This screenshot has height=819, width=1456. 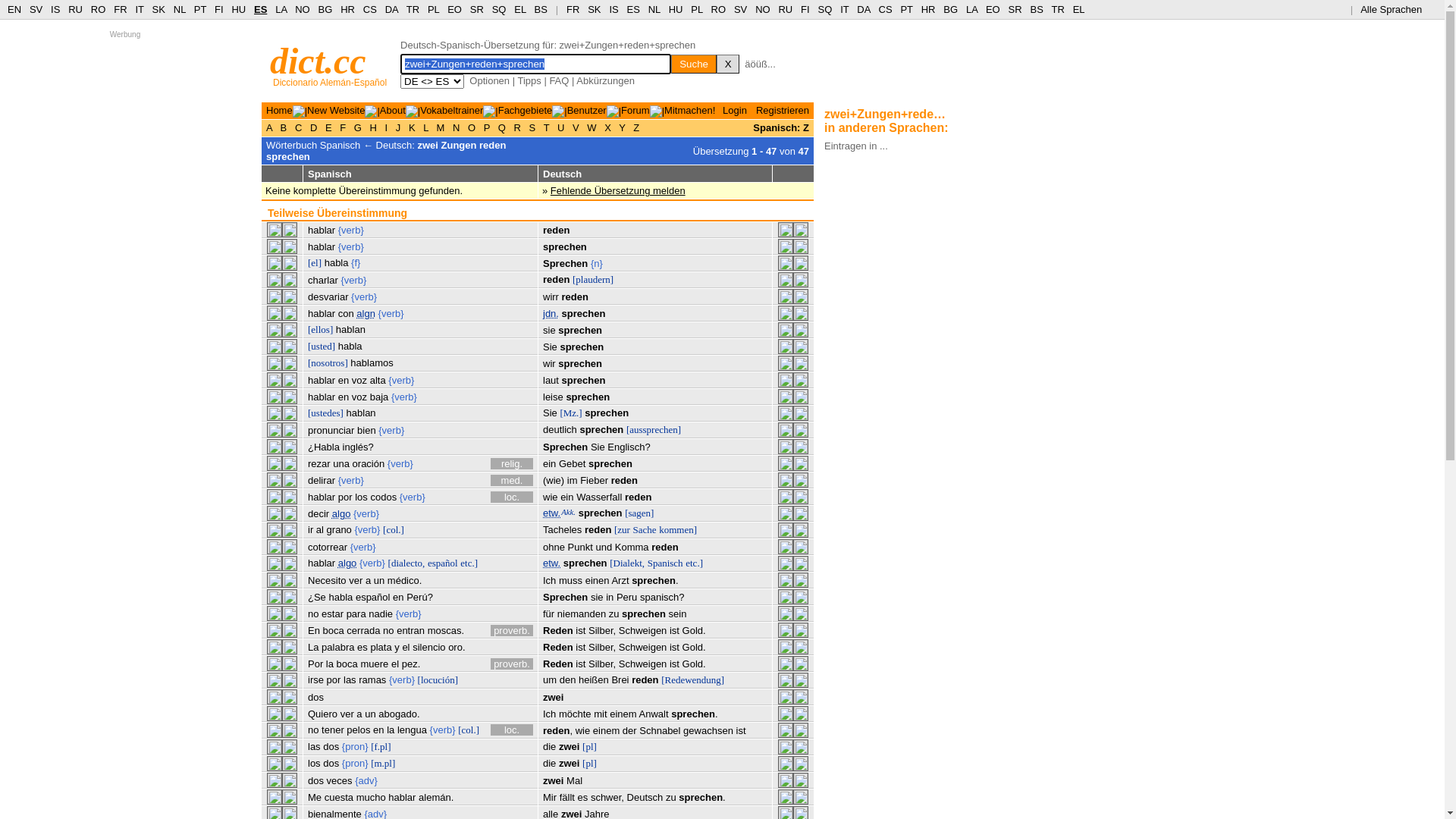 I want to click on 'las', so click(x=313, y=745).